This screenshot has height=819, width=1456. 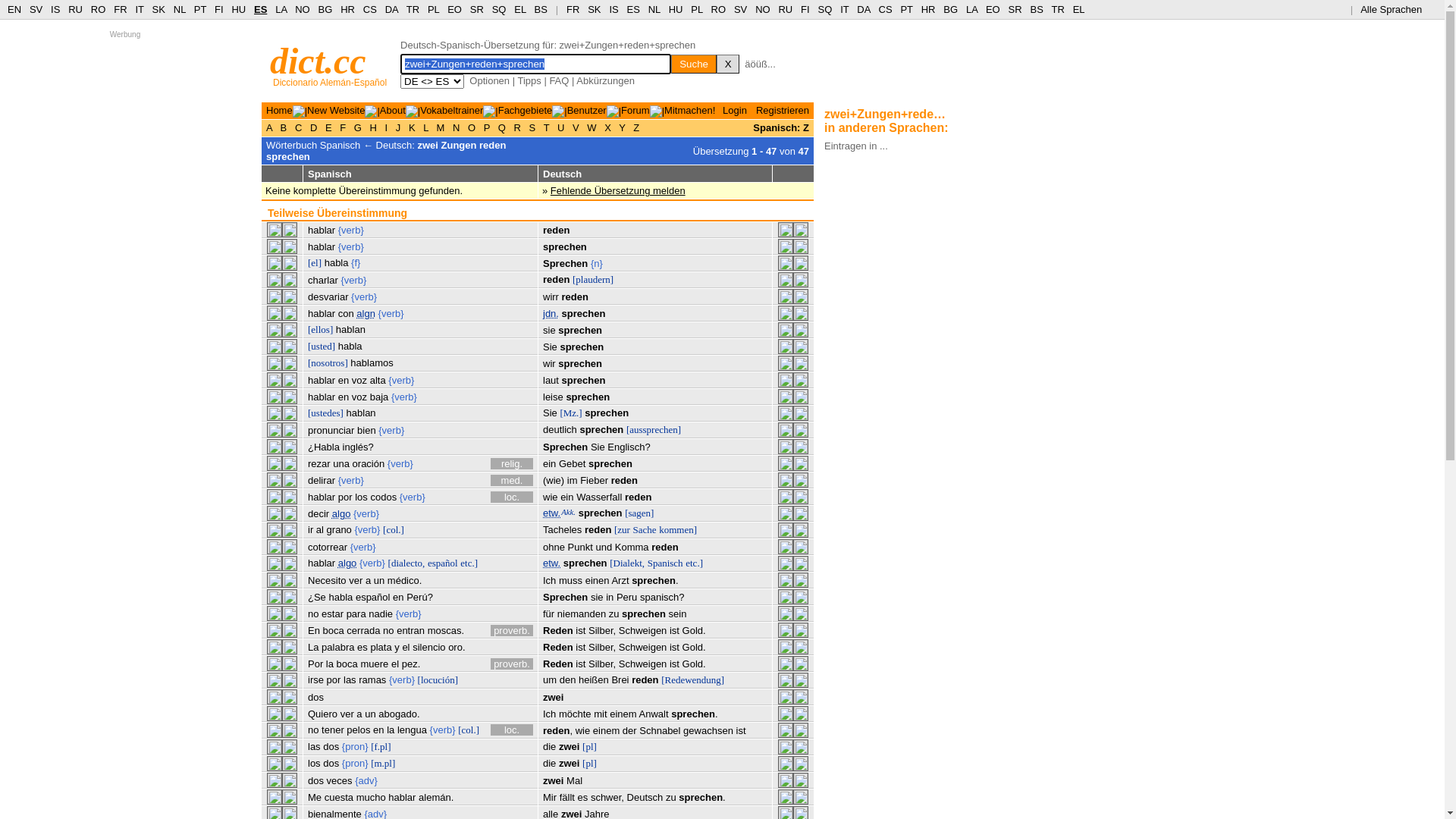 I want to click on 'las', so click(x=313, y=745).